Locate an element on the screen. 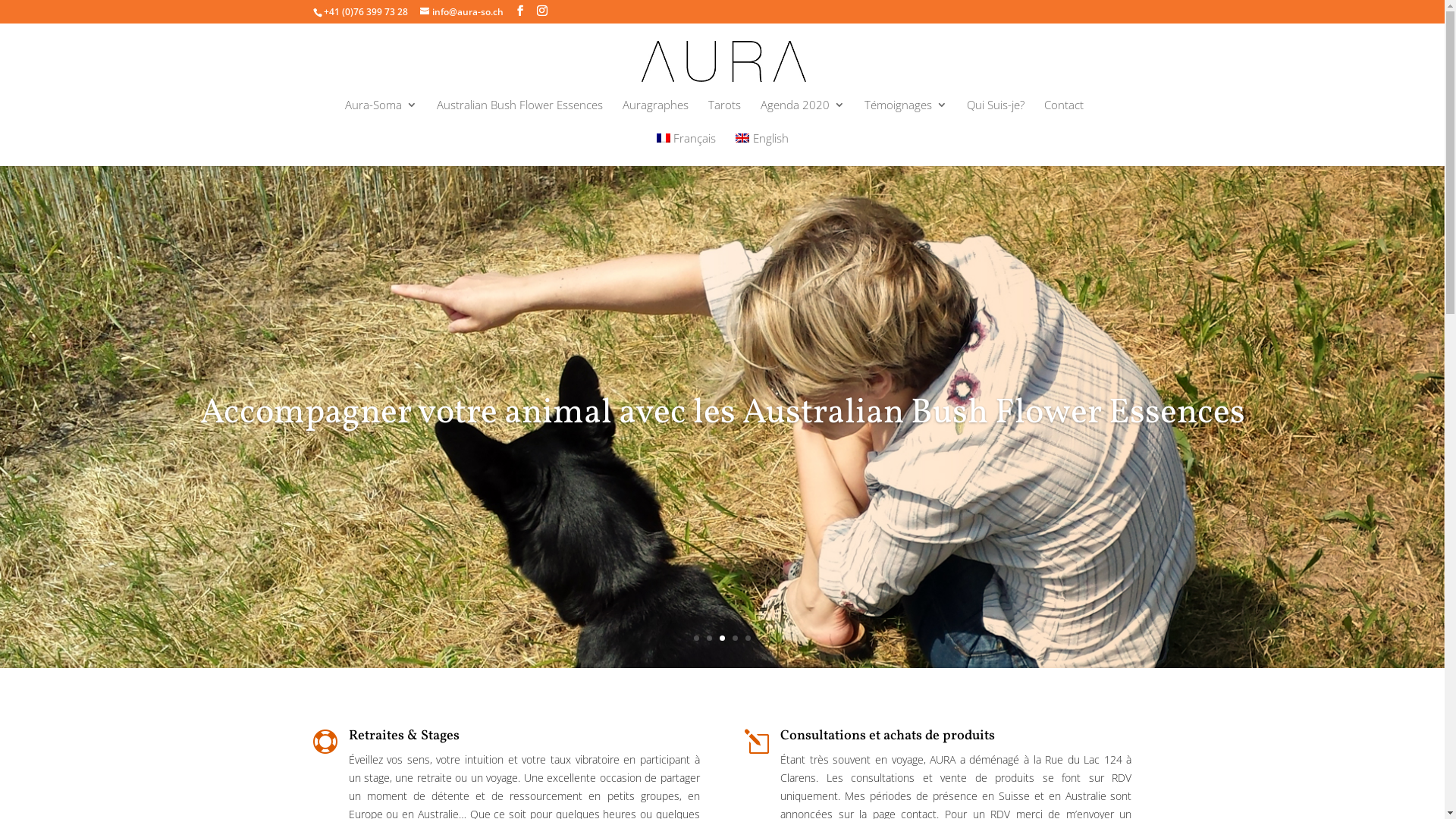 The image size is (1456, 819). 'Tarots' is located at coordinates (723, 115).